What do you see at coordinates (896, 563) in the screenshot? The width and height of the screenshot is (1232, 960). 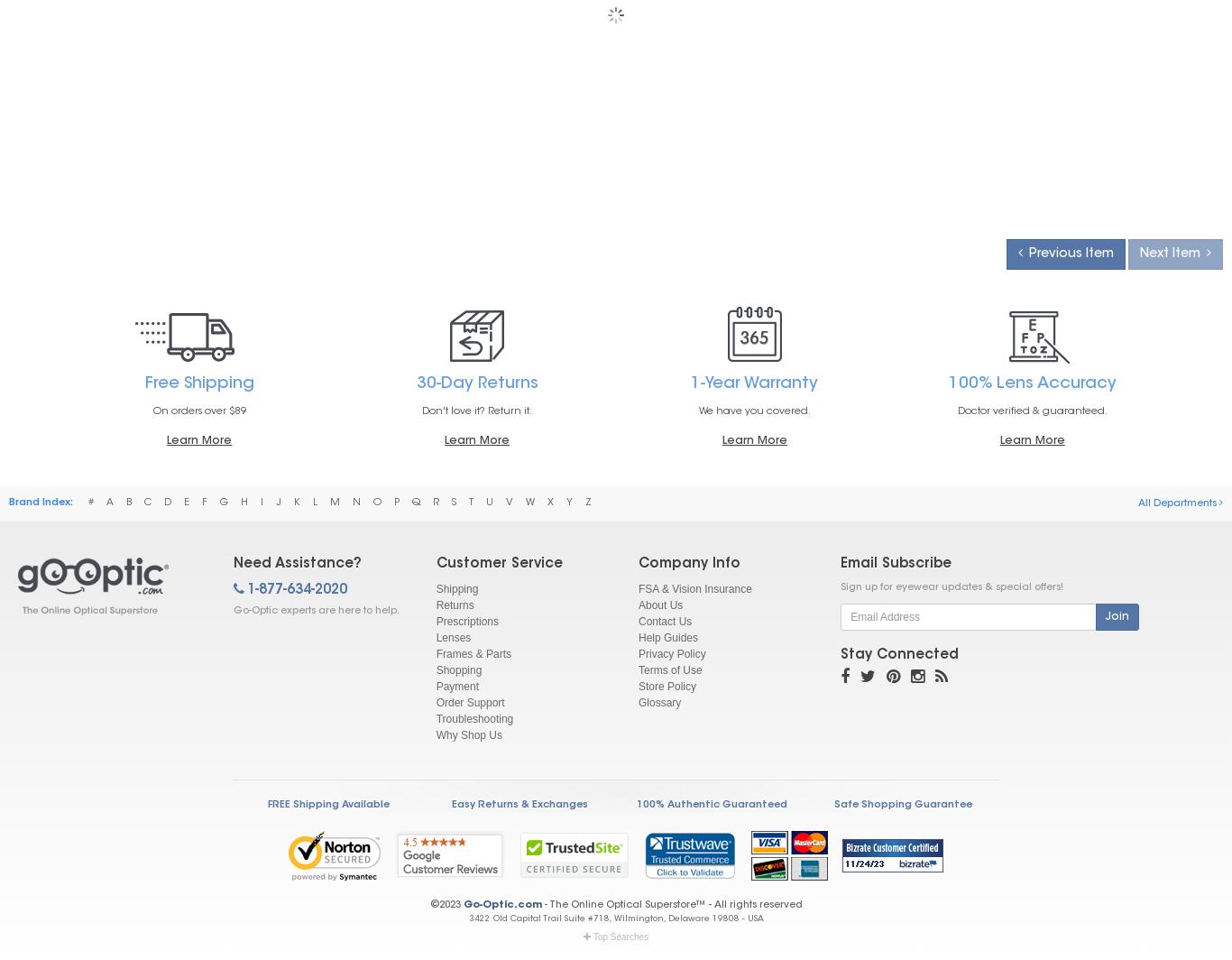 I see `'Email Subscribe'` at bounding box center [896, 563].